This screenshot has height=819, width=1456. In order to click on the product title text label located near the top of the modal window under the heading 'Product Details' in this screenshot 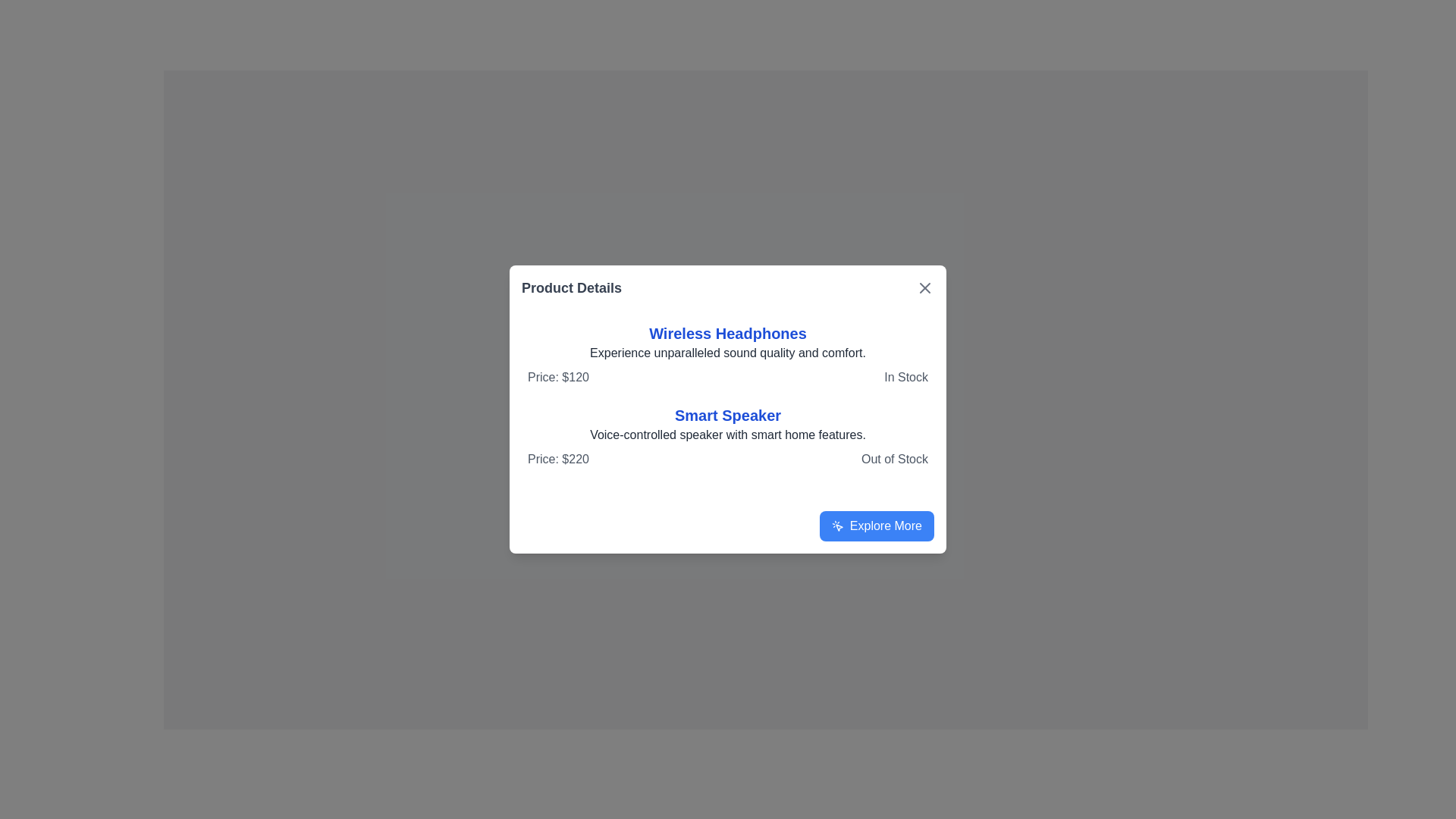, I will do `click(728, 332)`.